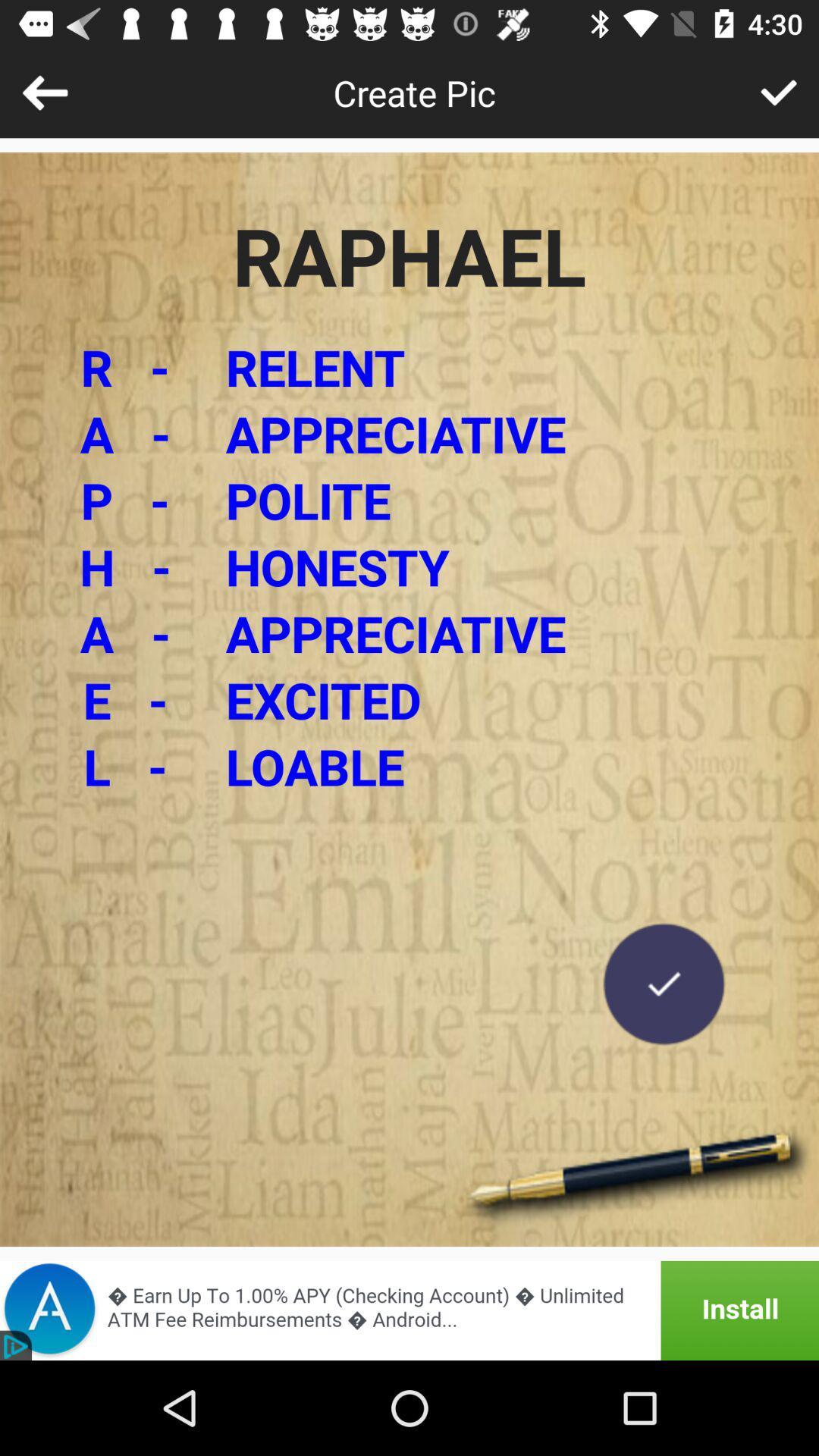 This screenshot has width=819, height=1456. What do you see at coordinates (44, 92) in the screenshot?
I see `the arrow_backward icon` at bounding box center [44, 92].